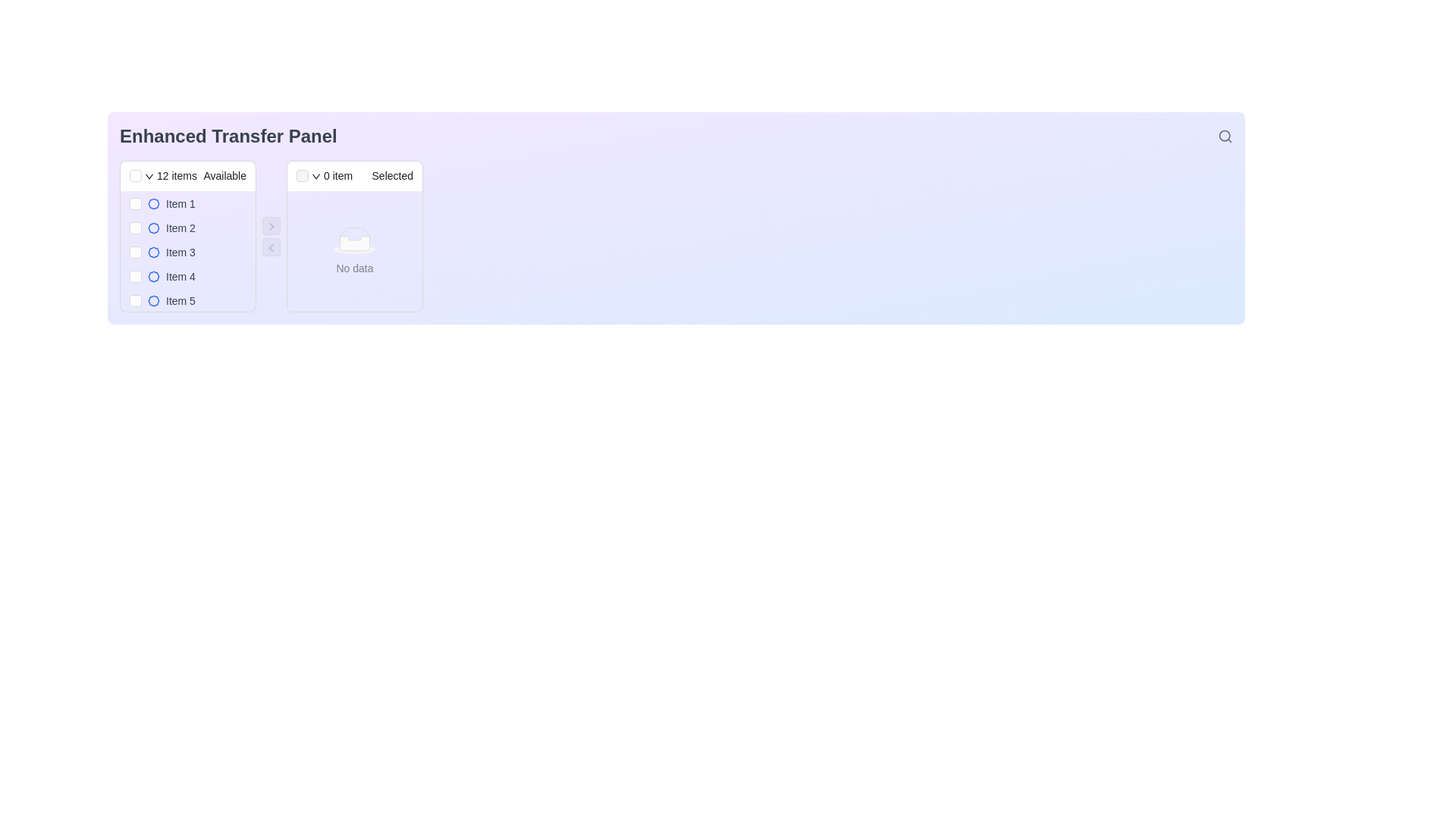 This screenshot has height=819, width=1456. What do you see at coordinates (153, 277) in the screenshot?
I see `the Decorative SVG graphic that highlights 'Item 4' in the list of available items located in the left pane of the transfer panel` at bounding box center [153, 277].